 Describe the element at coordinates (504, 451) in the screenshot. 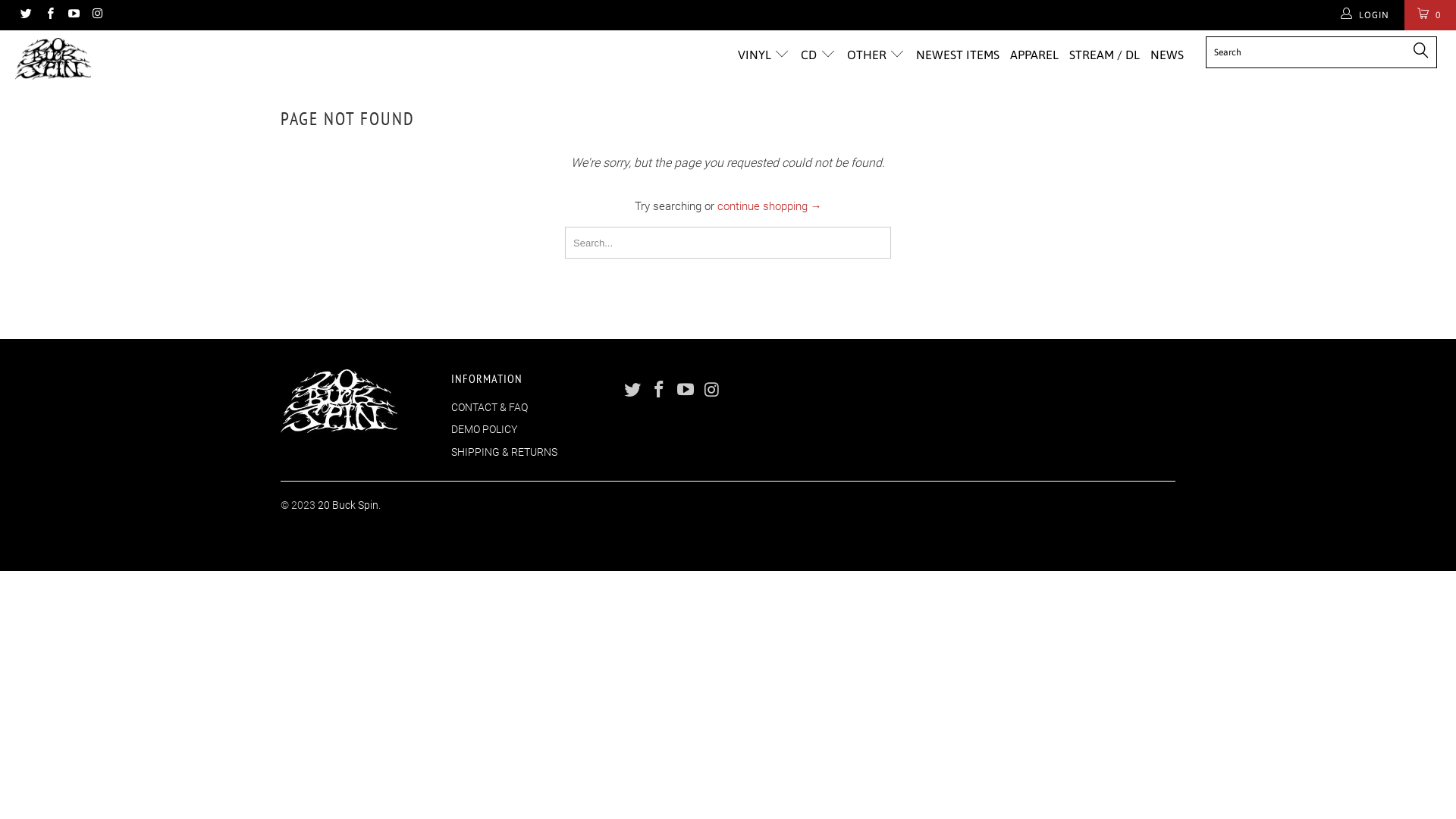

I see `'SHIPPING & RETURNS'` at that location.